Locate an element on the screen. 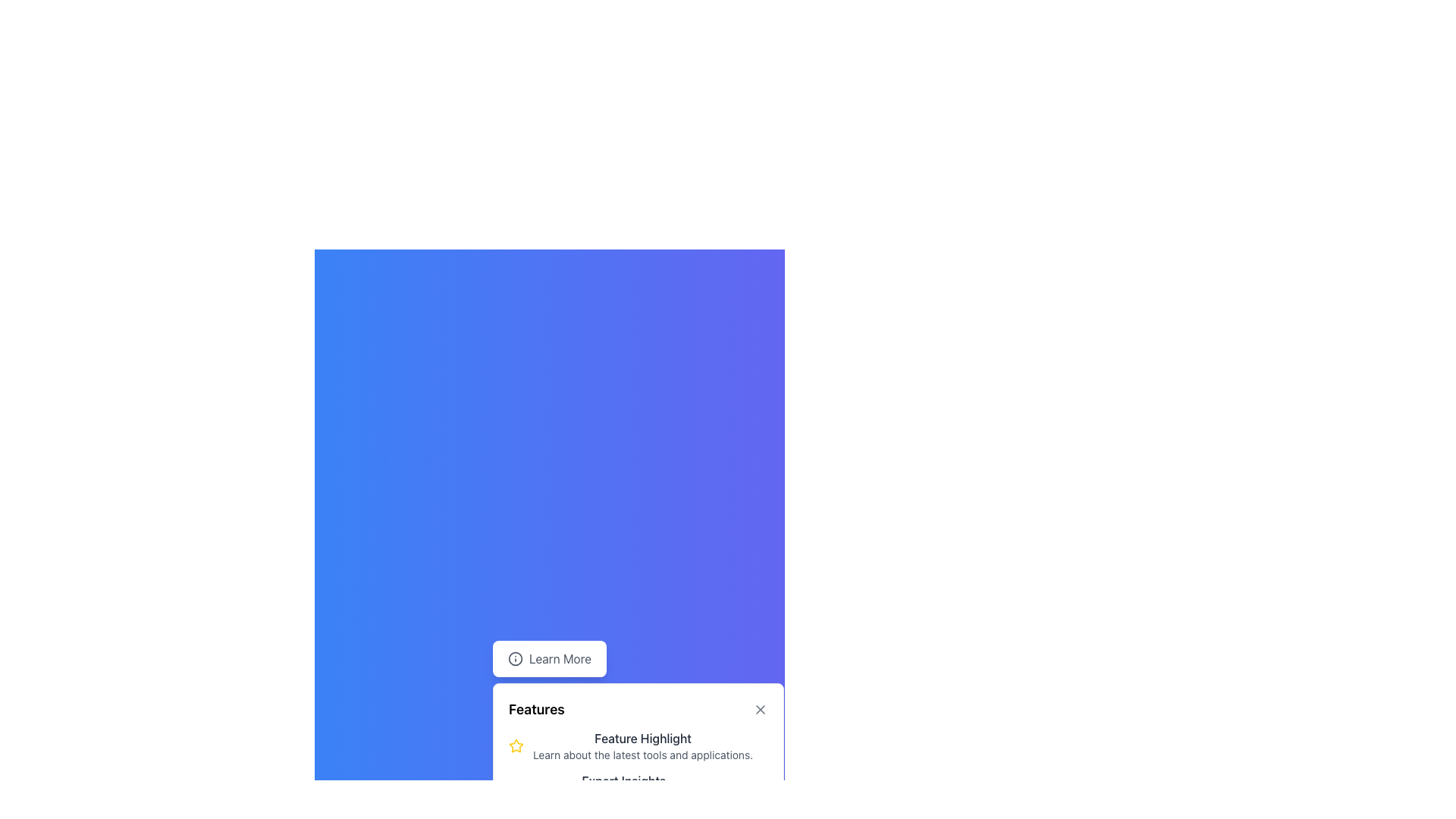 The image size is (1456, 819). the yellow star icon with a hollow center located in the bottom section of the interface, to the left of 'Feature Highlight' and above 'Learn about the latest tools and applications' is located at coordinates (516, 745).